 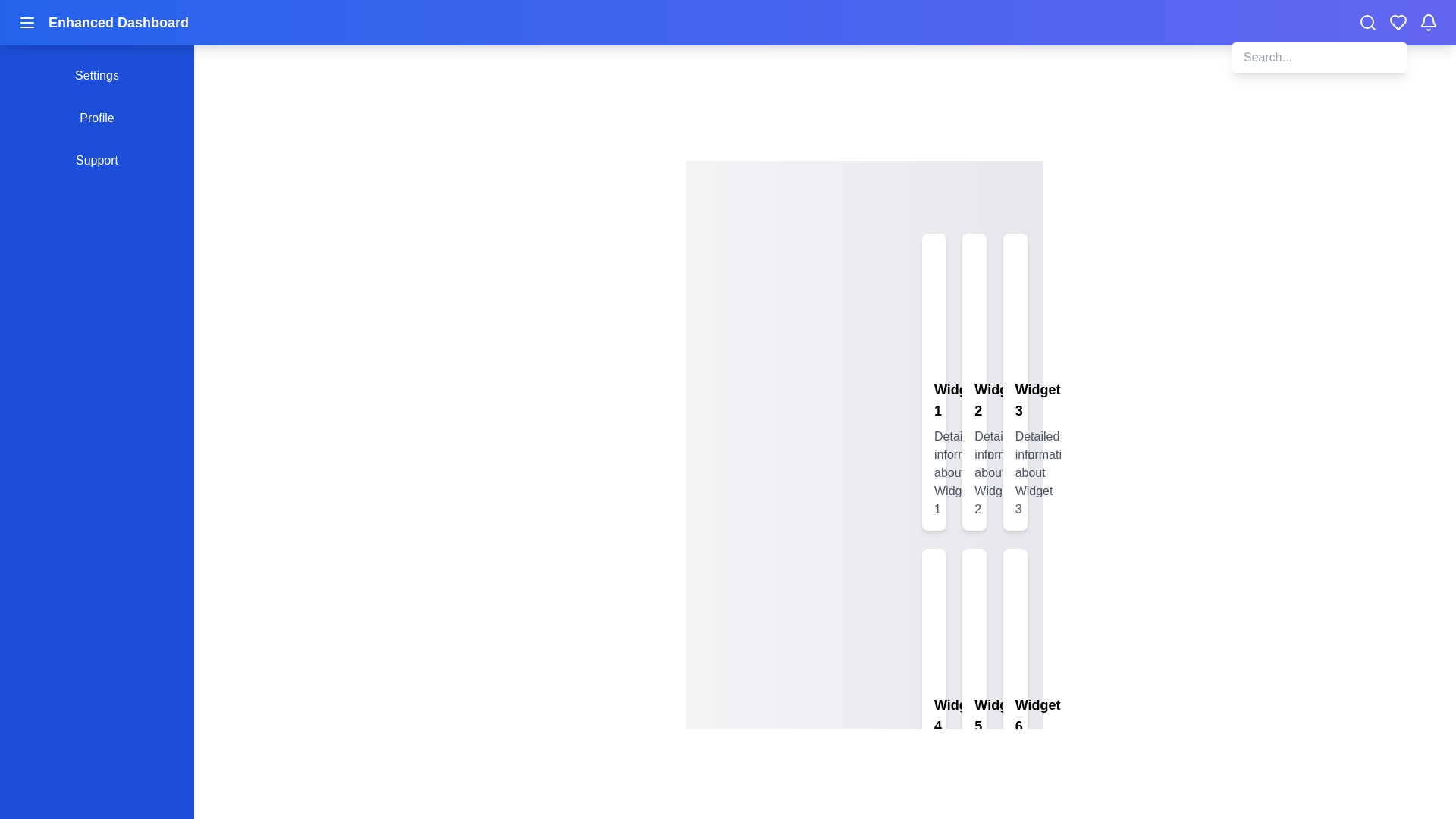 What do you see at coordinates (1367, 22) in the screenshot?
I see `the SVG Circle element that represents the circular glass area of the magnifying glass icon located in the top-right corner of the interface` at bounding box center [1367, 22].